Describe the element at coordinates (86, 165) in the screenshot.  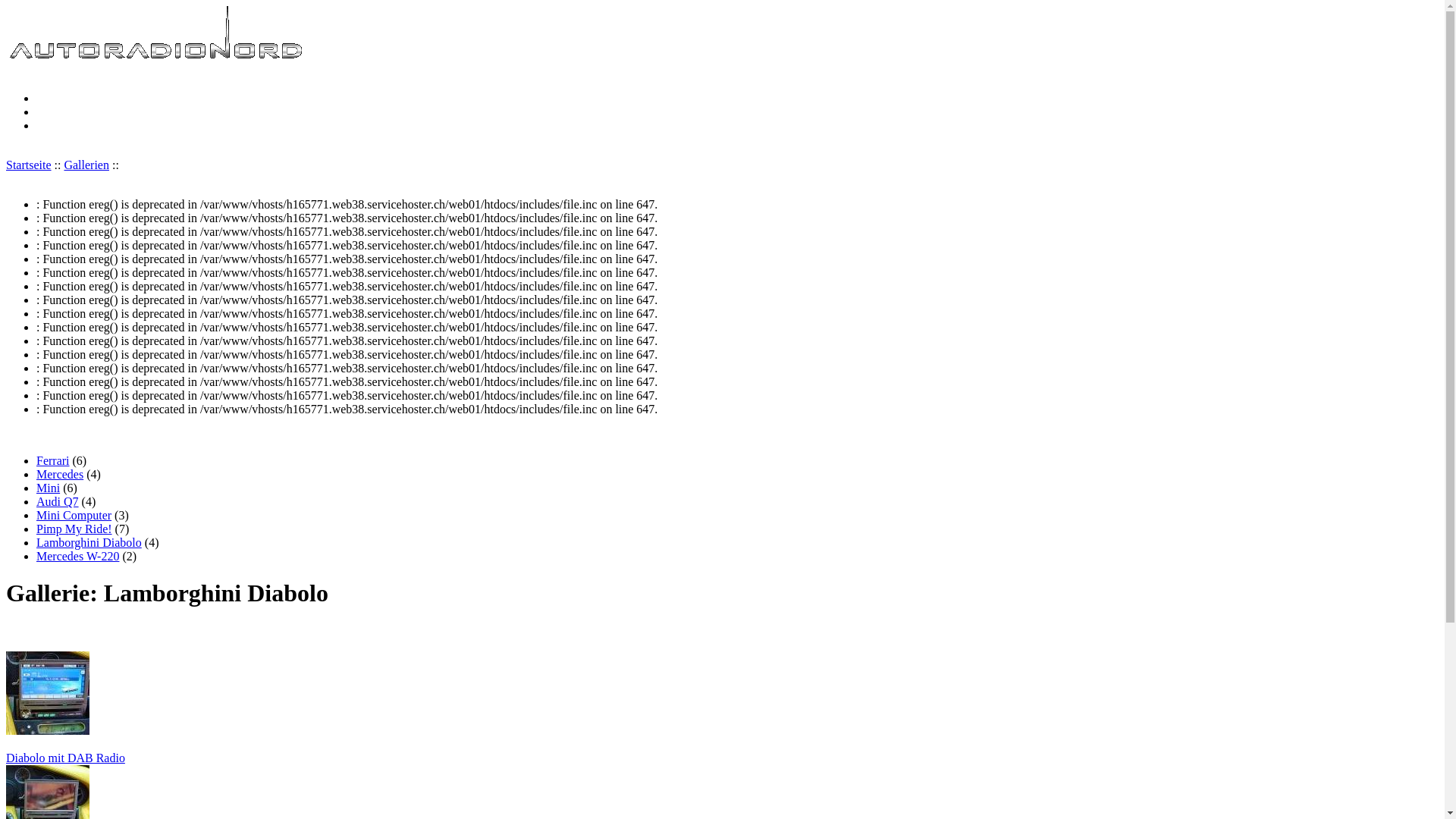
I see `'Gallerien'` at that location.